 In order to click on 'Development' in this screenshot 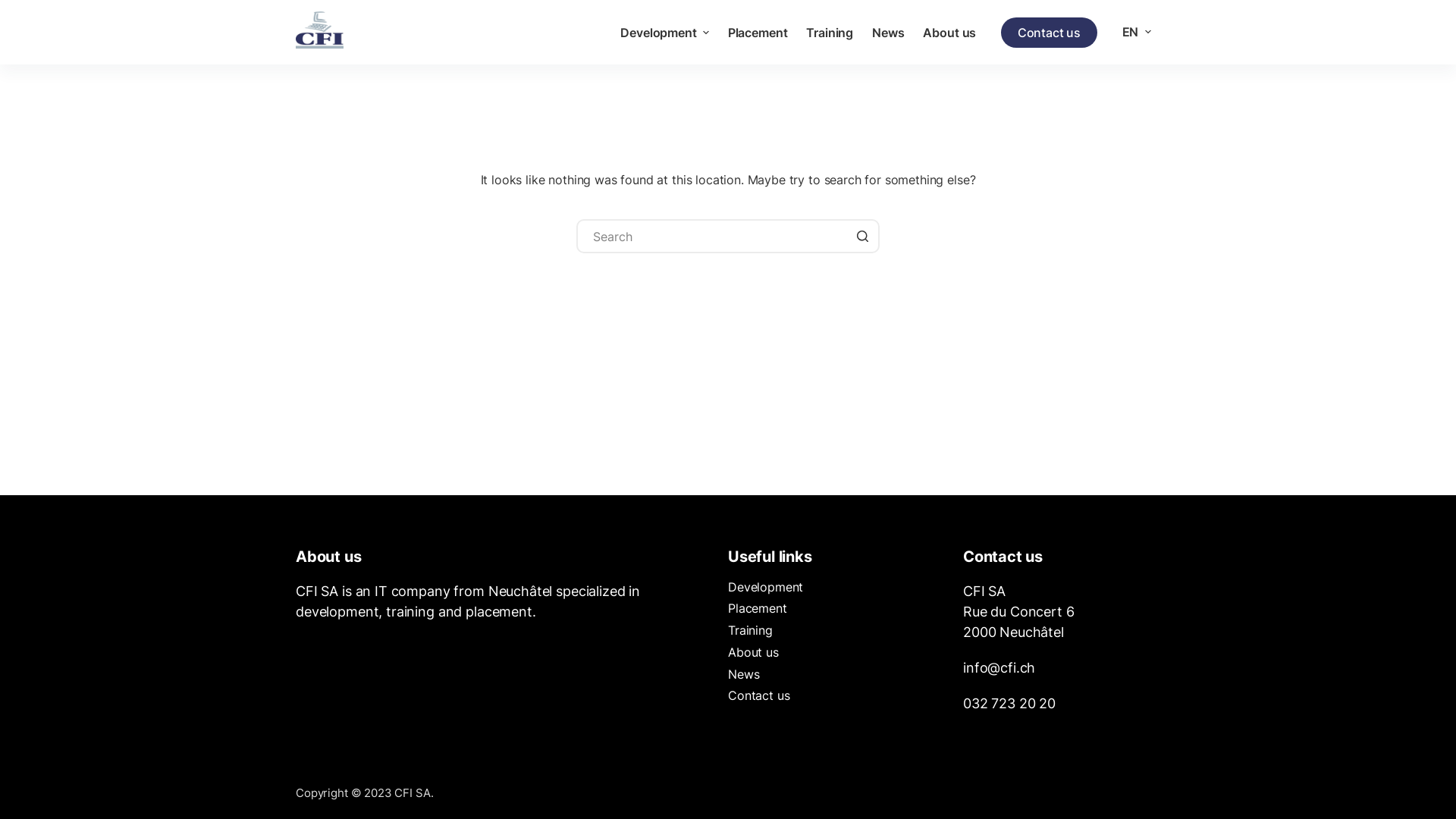, I will do `click(664, 32)`.